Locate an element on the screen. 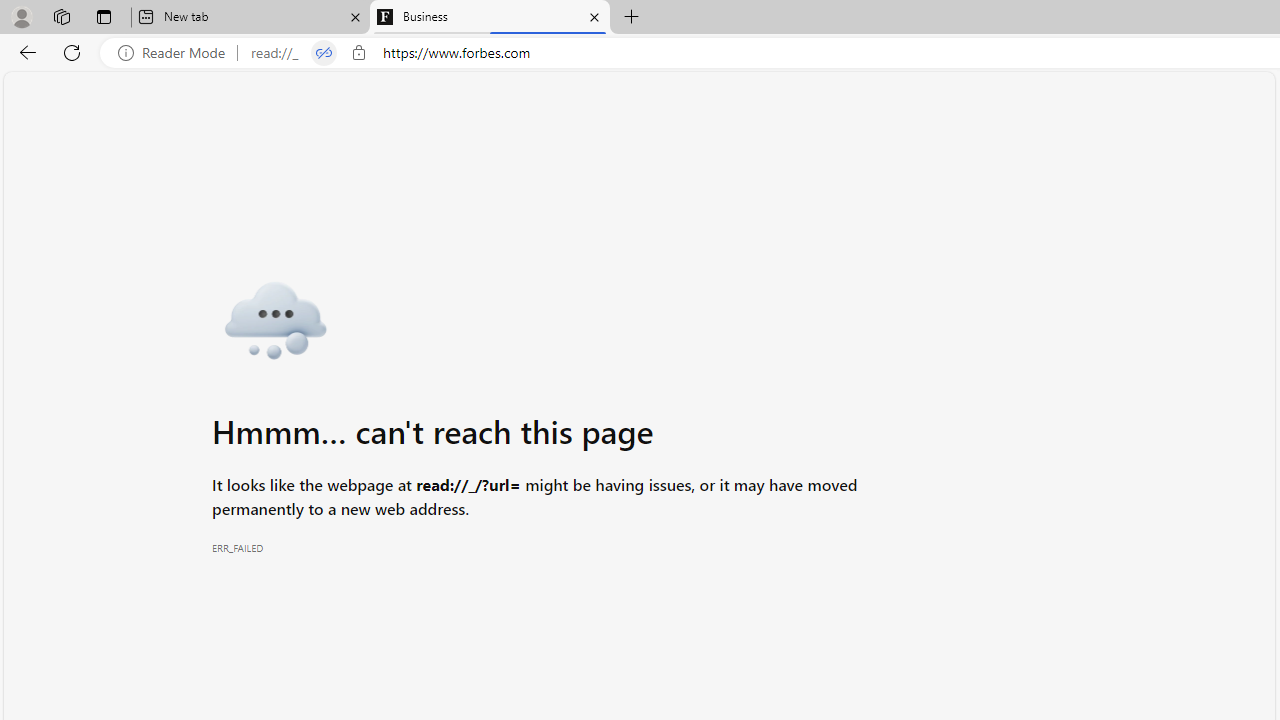 The width and height of the screenshot is (1280, 720). 'Business' is located at coordinates (490, 17).